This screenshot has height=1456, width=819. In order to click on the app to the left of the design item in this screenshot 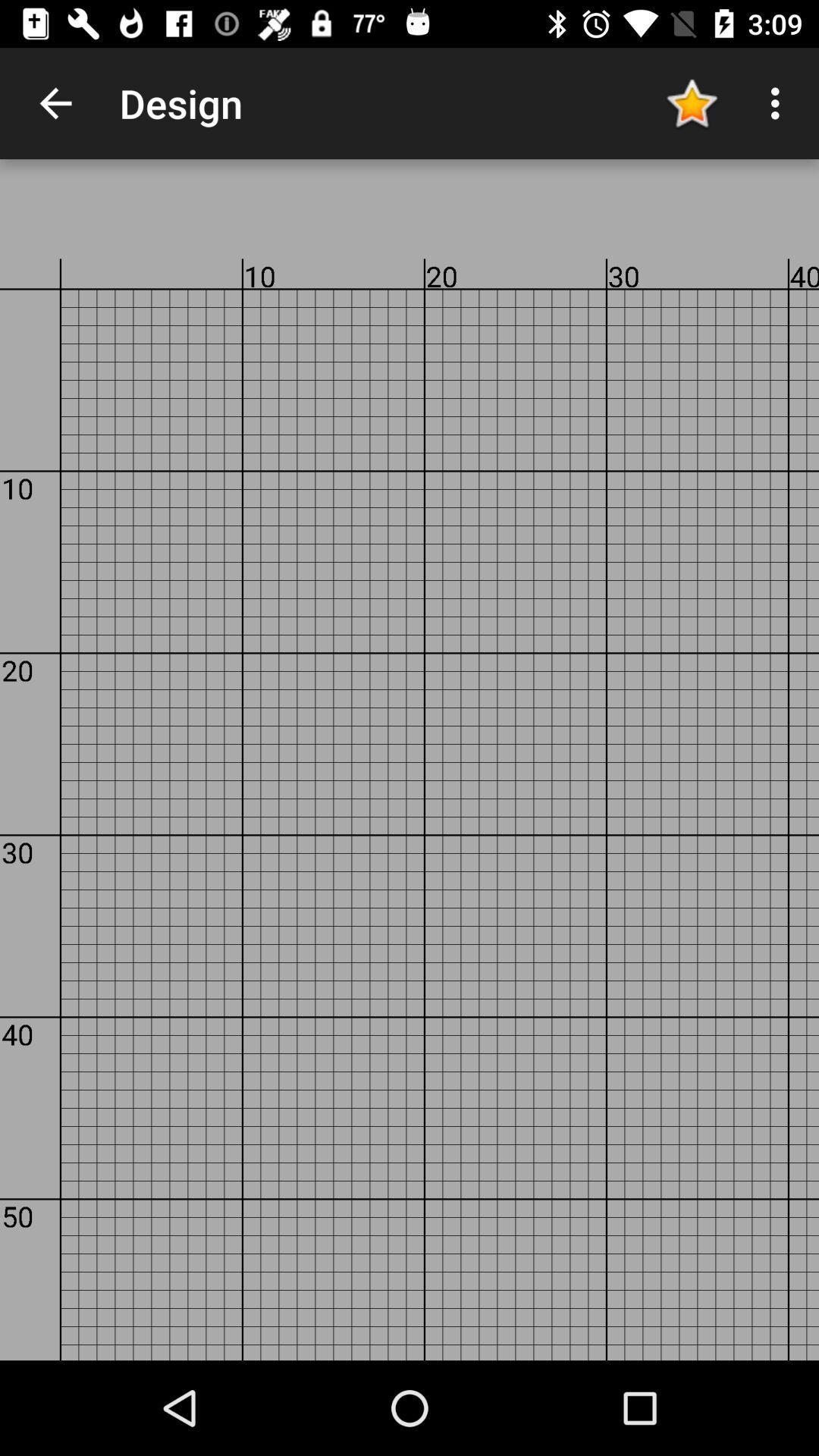, I will do `click(55, 102)`.